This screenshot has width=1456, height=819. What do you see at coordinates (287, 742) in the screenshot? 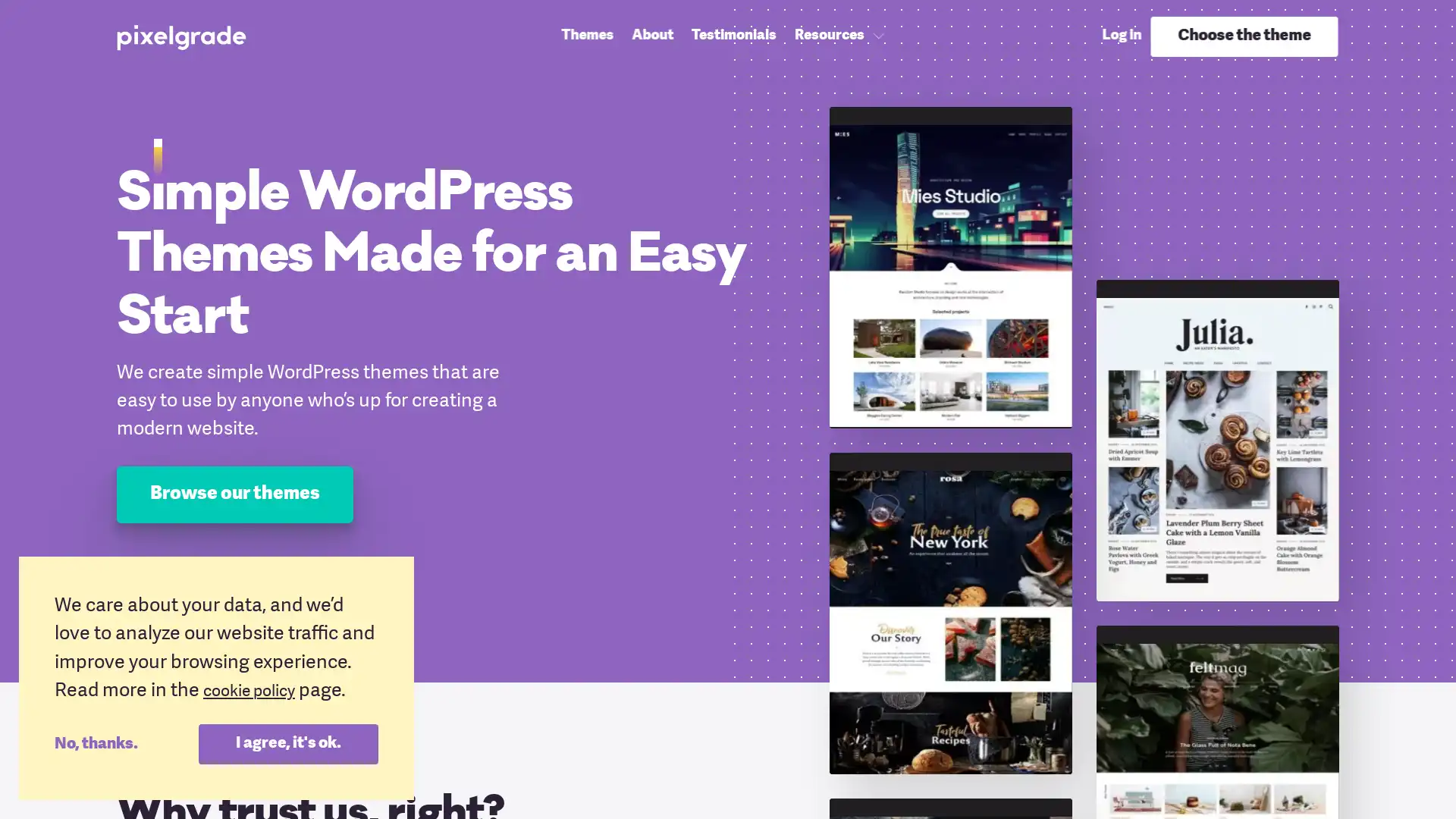
I see `I agree, it's ok.` at bounding box center [287, 742].